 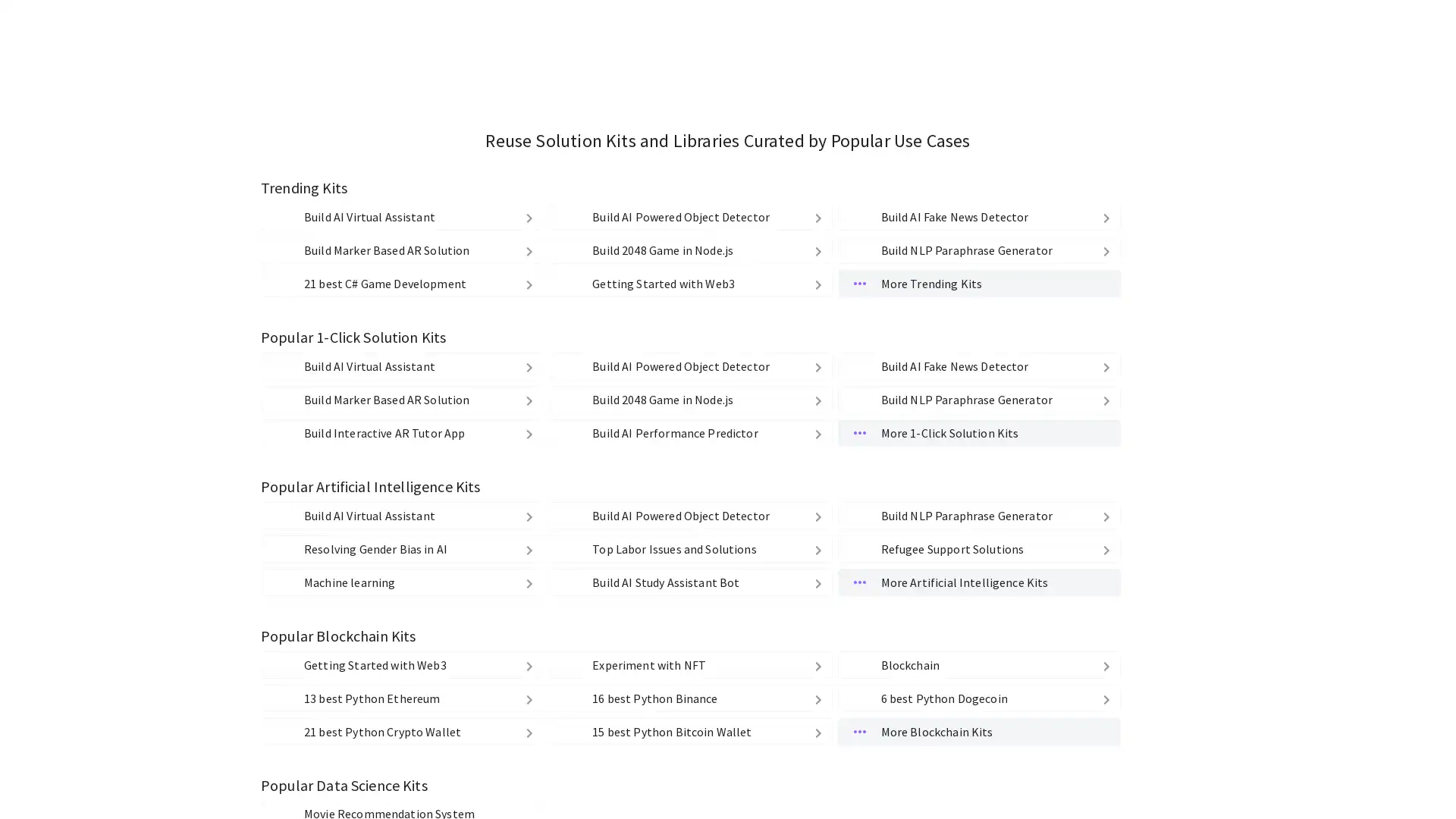 I want to click on Find Libraries, so click(x=1143, y=22).